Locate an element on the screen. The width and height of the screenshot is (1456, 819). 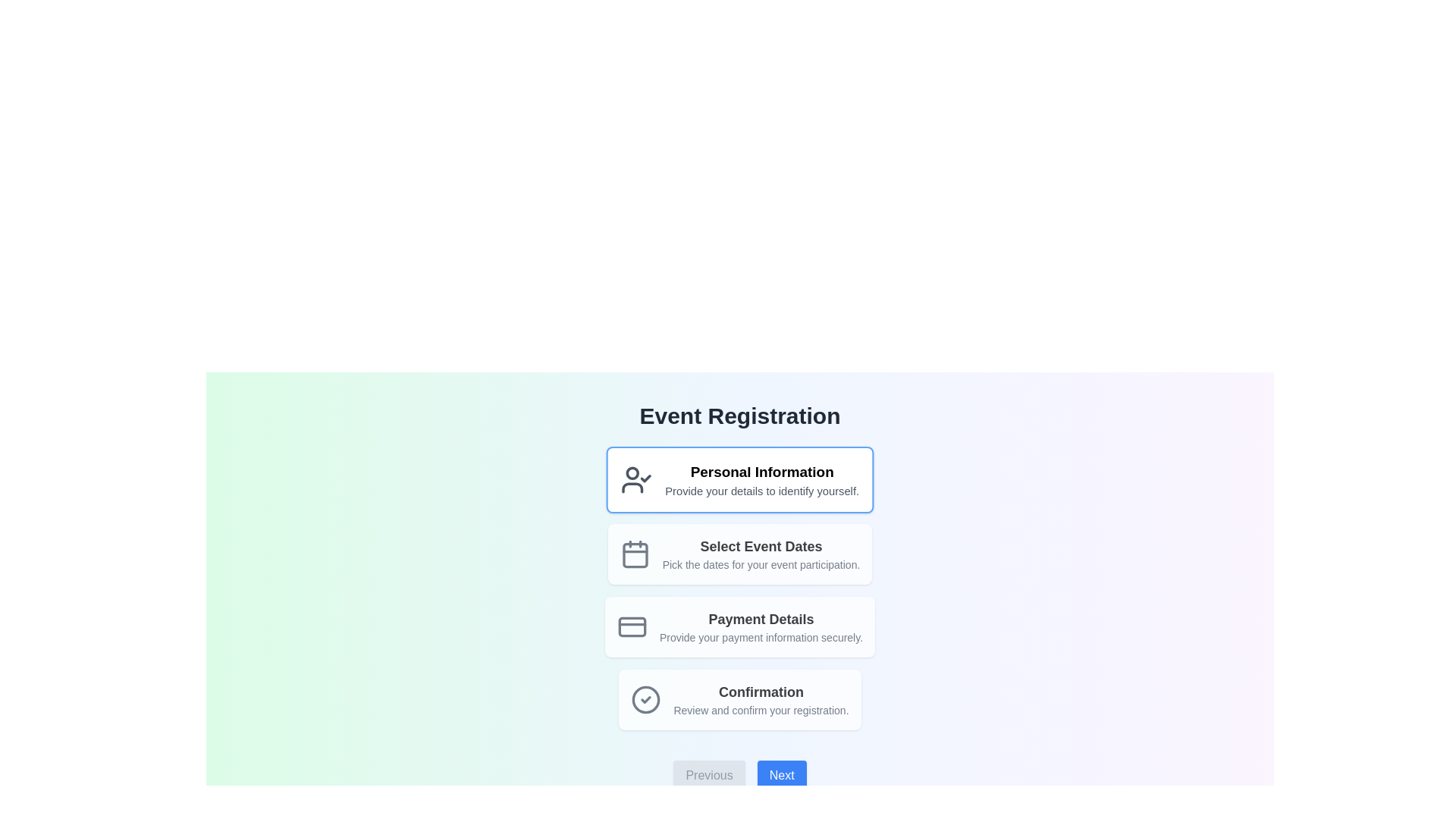
the informational text block titled 'Payment Details', which contains the instruction 'Provide your payment information securely.' This block is positioned between 'Select Event Dates' and 'Confirmation' sections in the interface is located at coordinates (761, 626).